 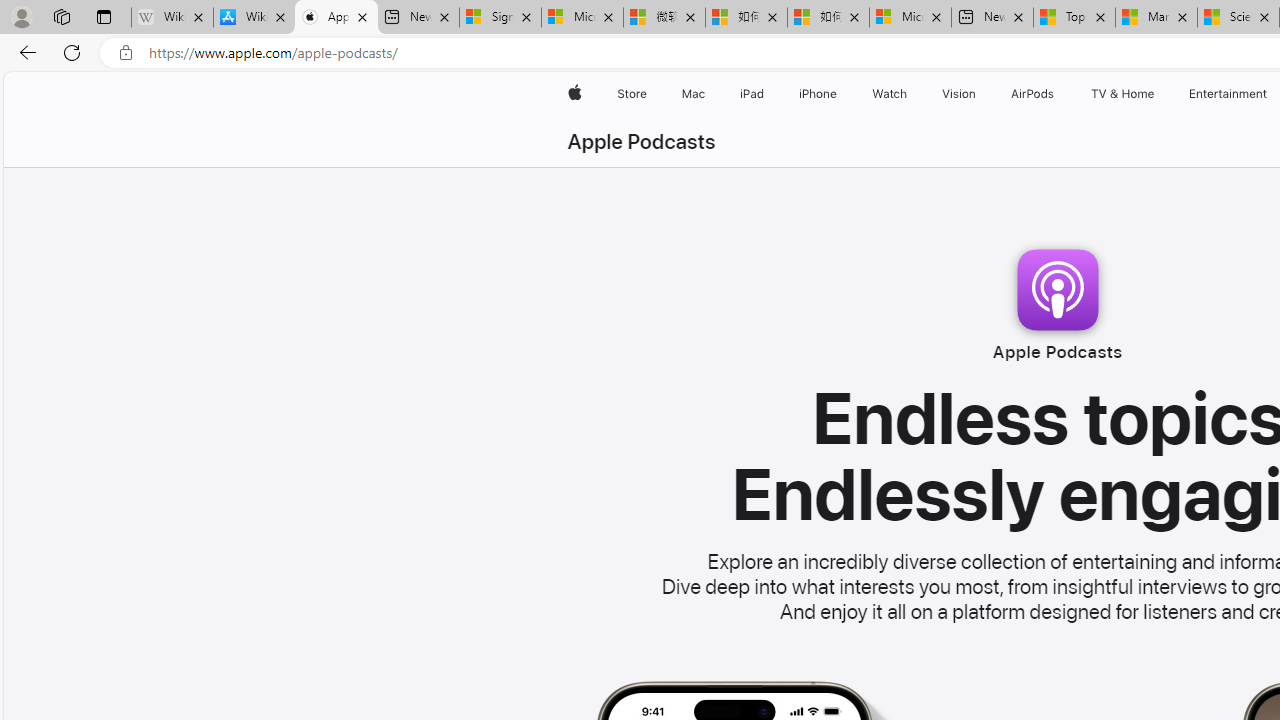 I want to click on 'Microsoft account | Account Checkup', so click(x=909, y=17).